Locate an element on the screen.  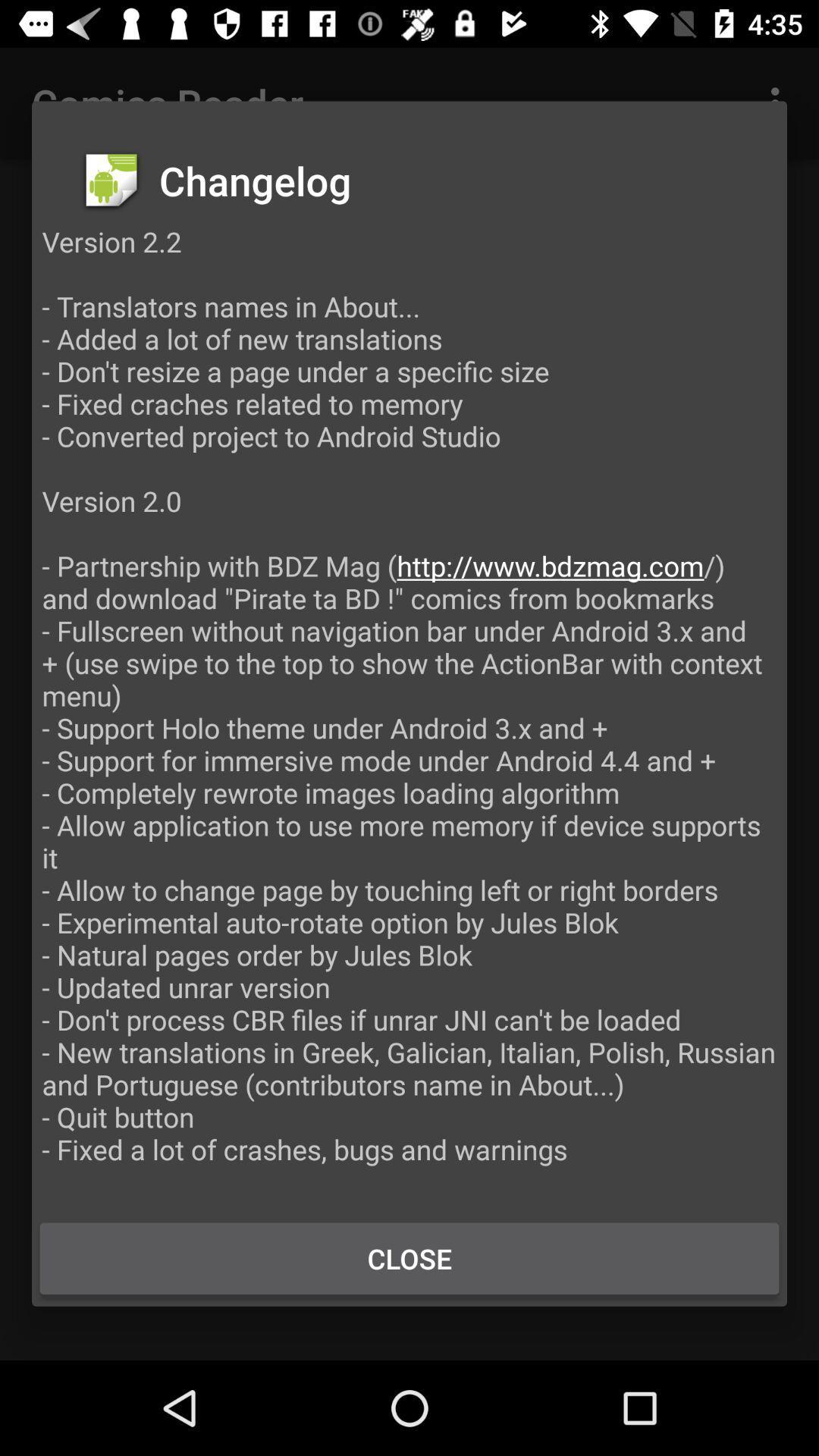
item below version 2 2 is located at coordinates (409, 1258).